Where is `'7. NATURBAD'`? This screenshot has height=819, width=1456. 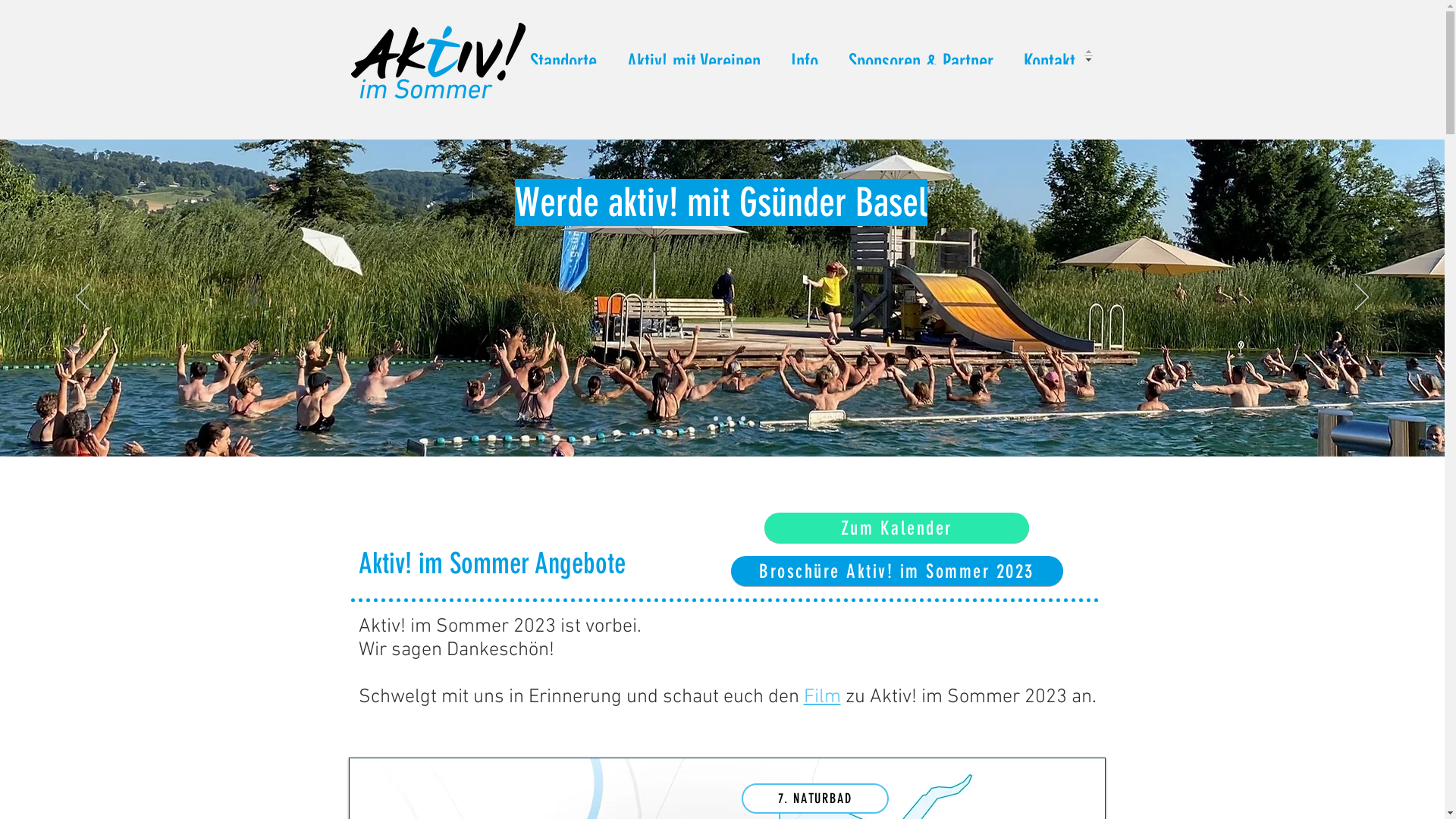 '7. NATURBAD' is located at coordinates (814, 798).